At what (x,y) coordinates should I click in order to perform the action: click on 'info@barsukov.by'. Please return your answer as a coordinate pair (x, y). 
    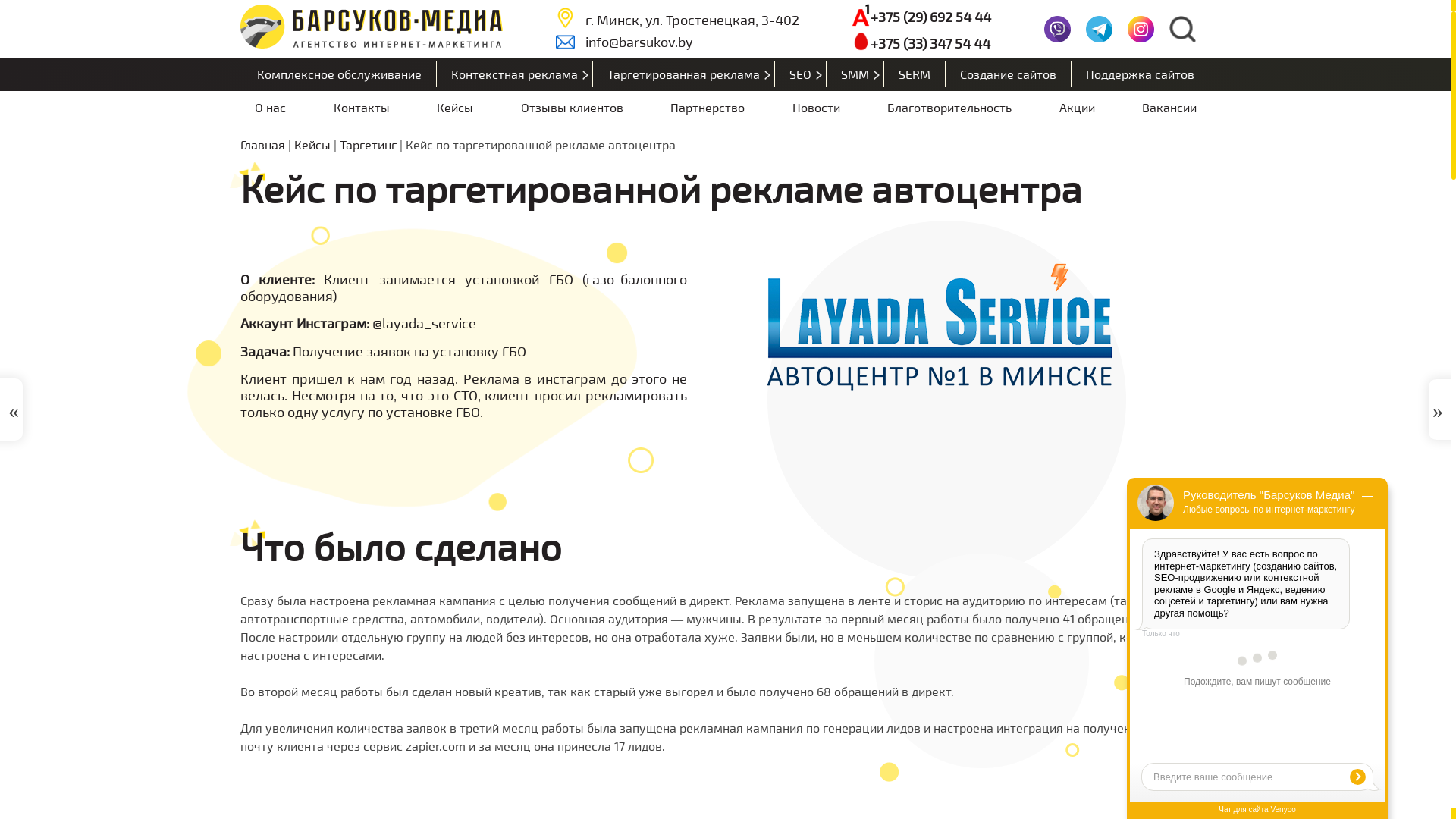
    Looking at the image, I should click on (676, 40).